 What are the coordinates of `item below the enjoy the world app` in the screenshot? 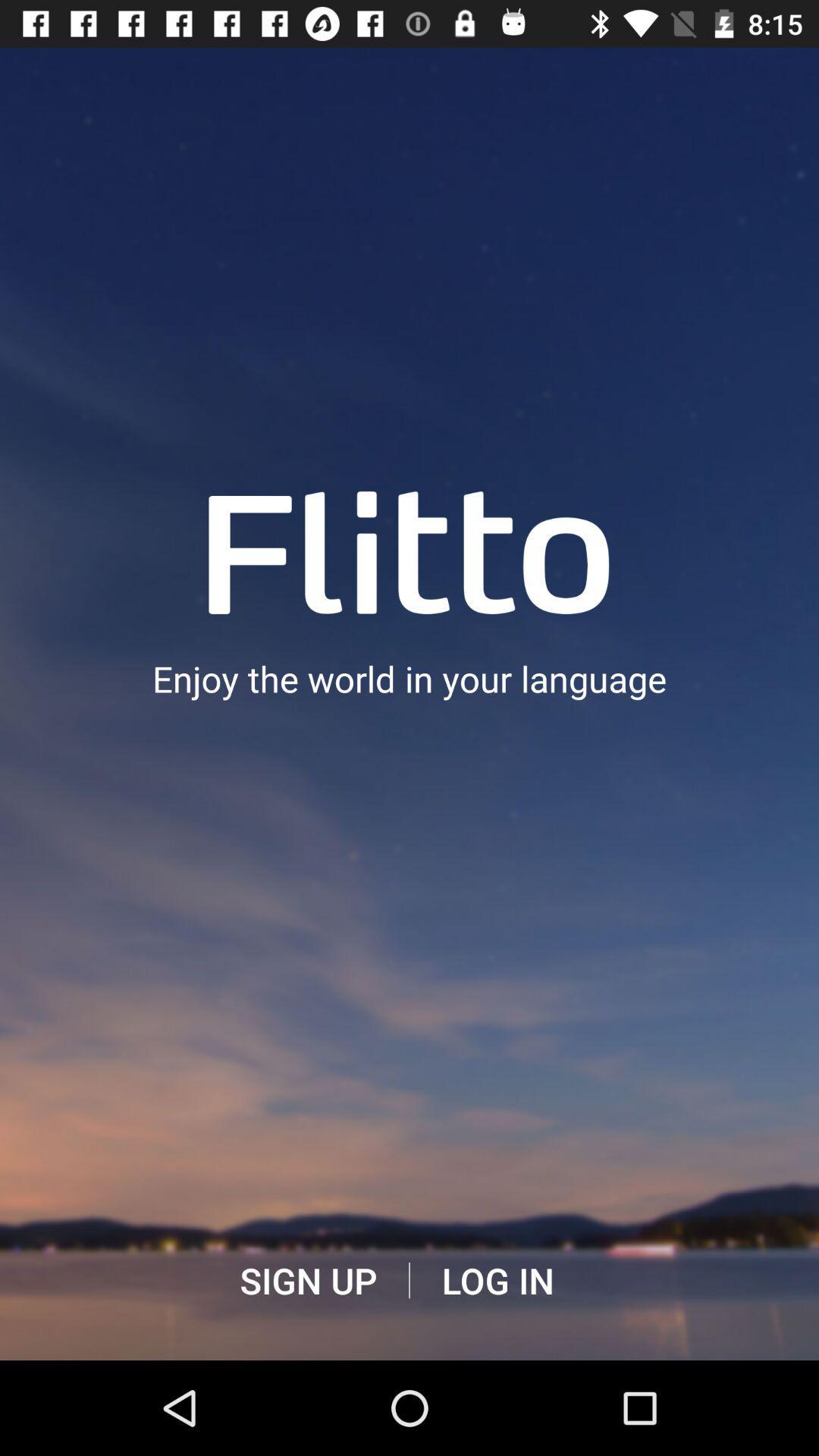 It's located at (307, 1280).